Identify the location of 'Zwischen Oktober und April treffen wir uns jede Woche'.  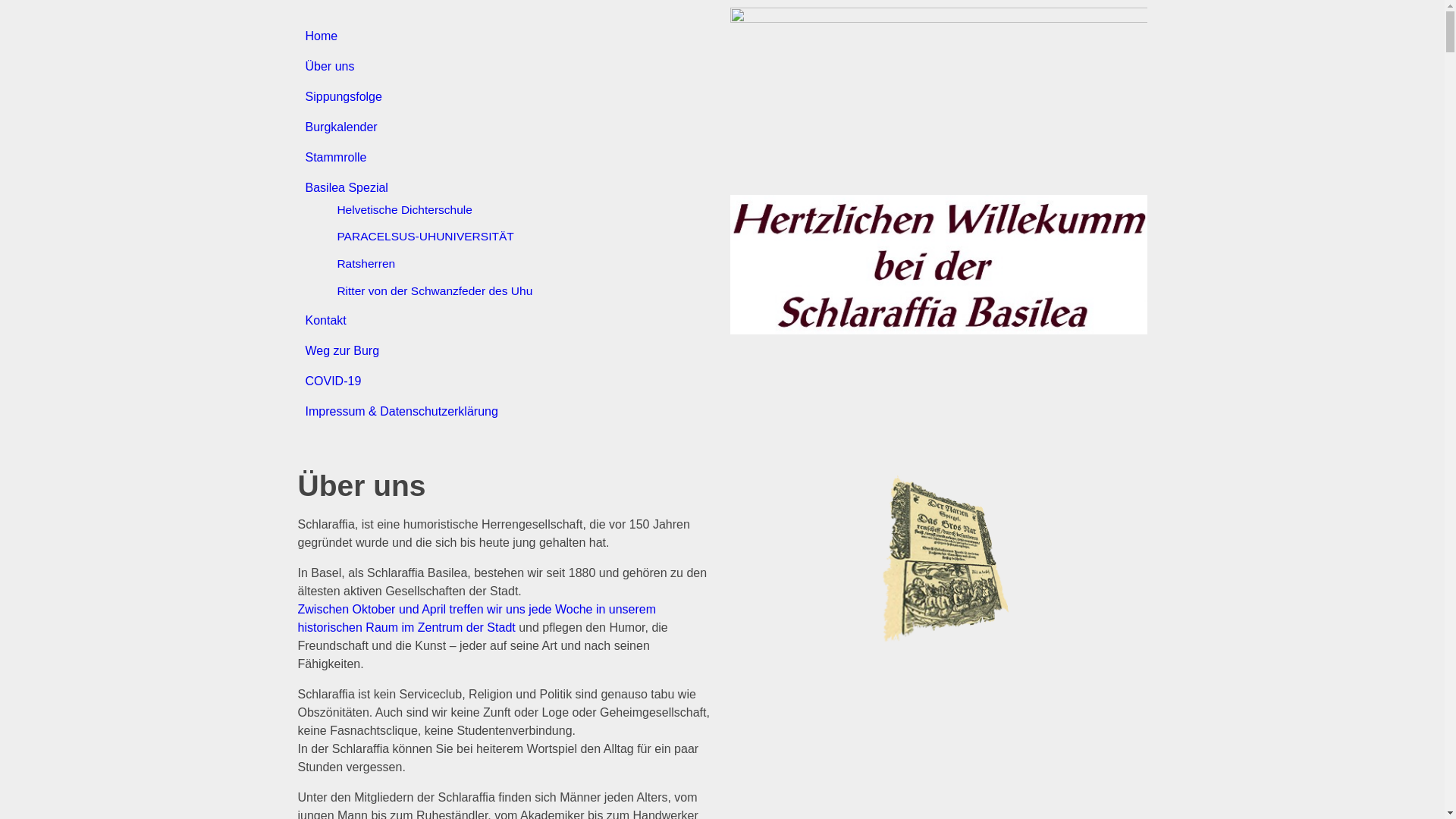
(444, 608).